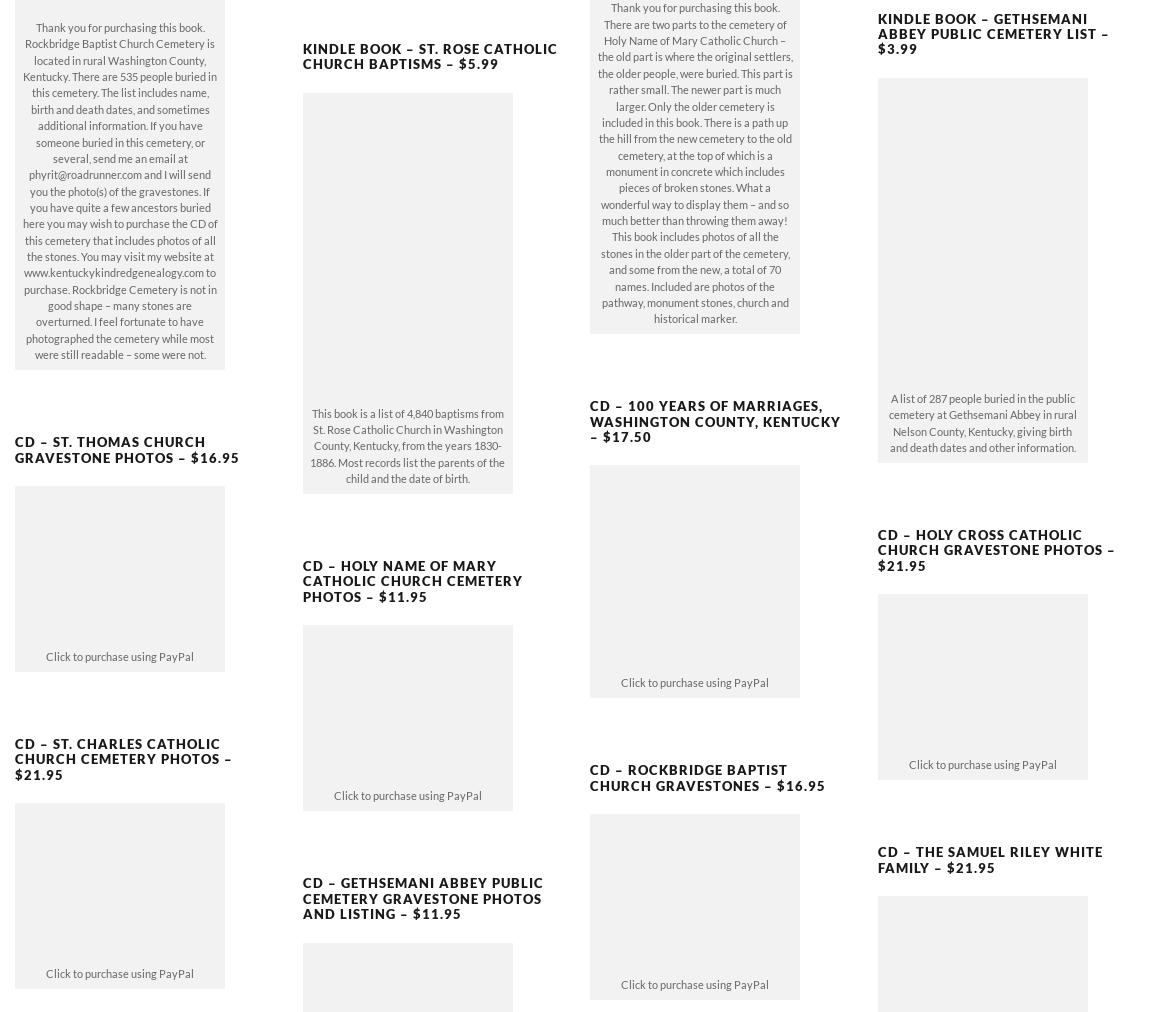  What do you see at coordinates (126, 416) in the screenshot?
I see `'CD – St. Thomas Church Gravestone Photos – $16.95'` at bounding box center [126, 416].